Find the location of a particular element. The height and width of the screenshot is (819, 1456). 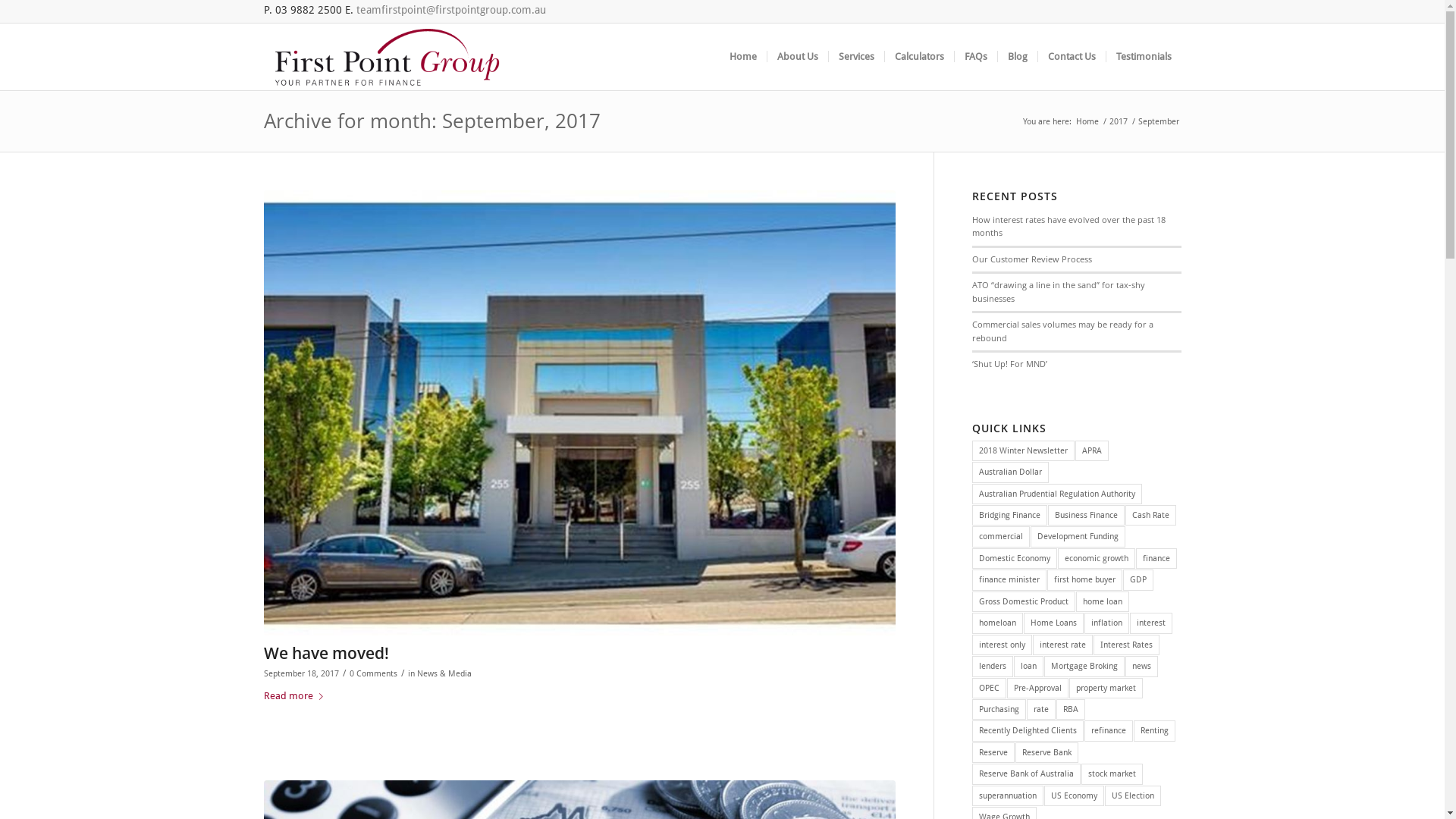

'homeloan' is located at coordinates (997, 623).